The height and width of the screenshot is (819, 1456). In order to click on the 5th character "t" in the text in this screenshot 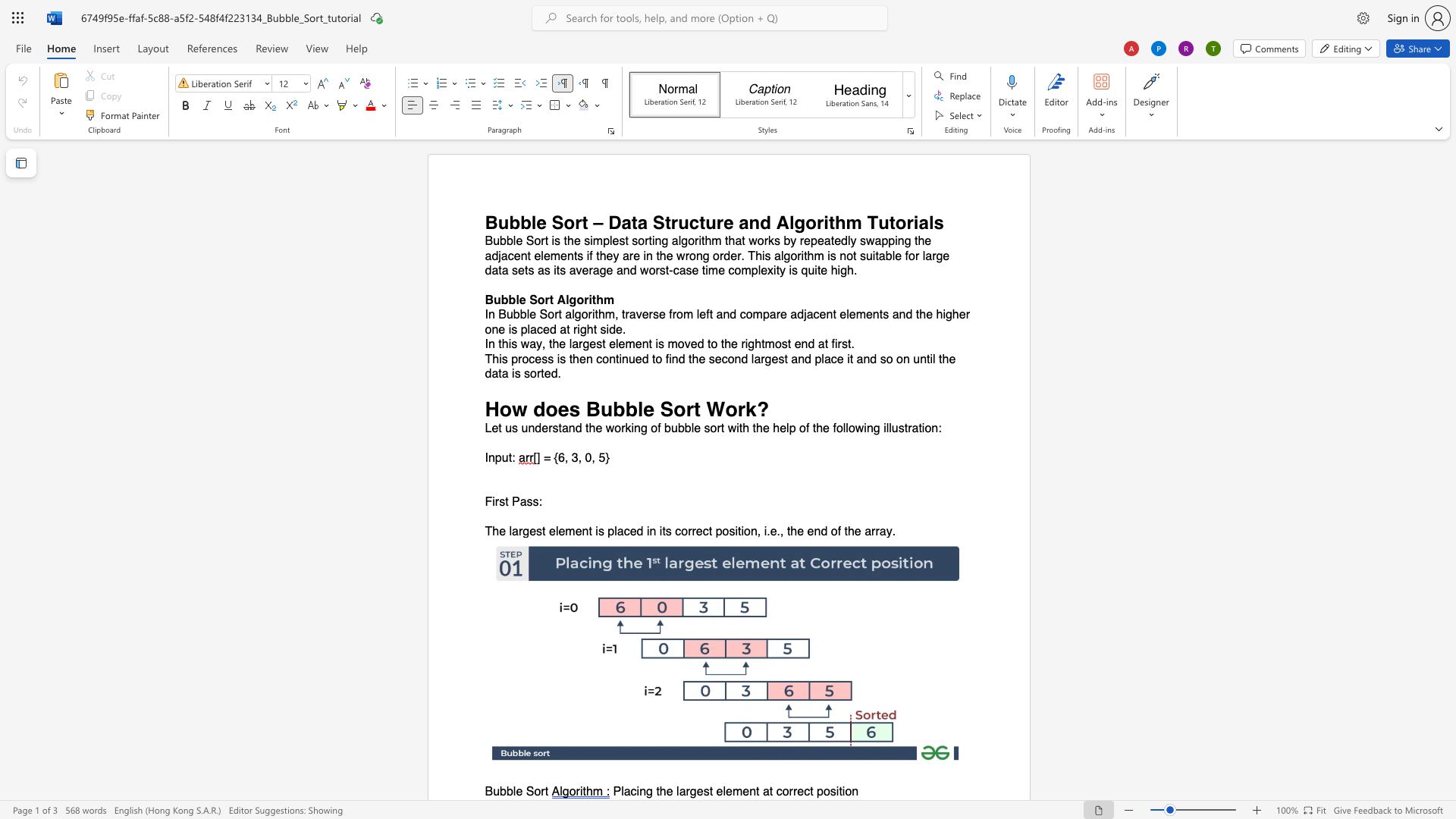, I will do `click(833, 314)`.